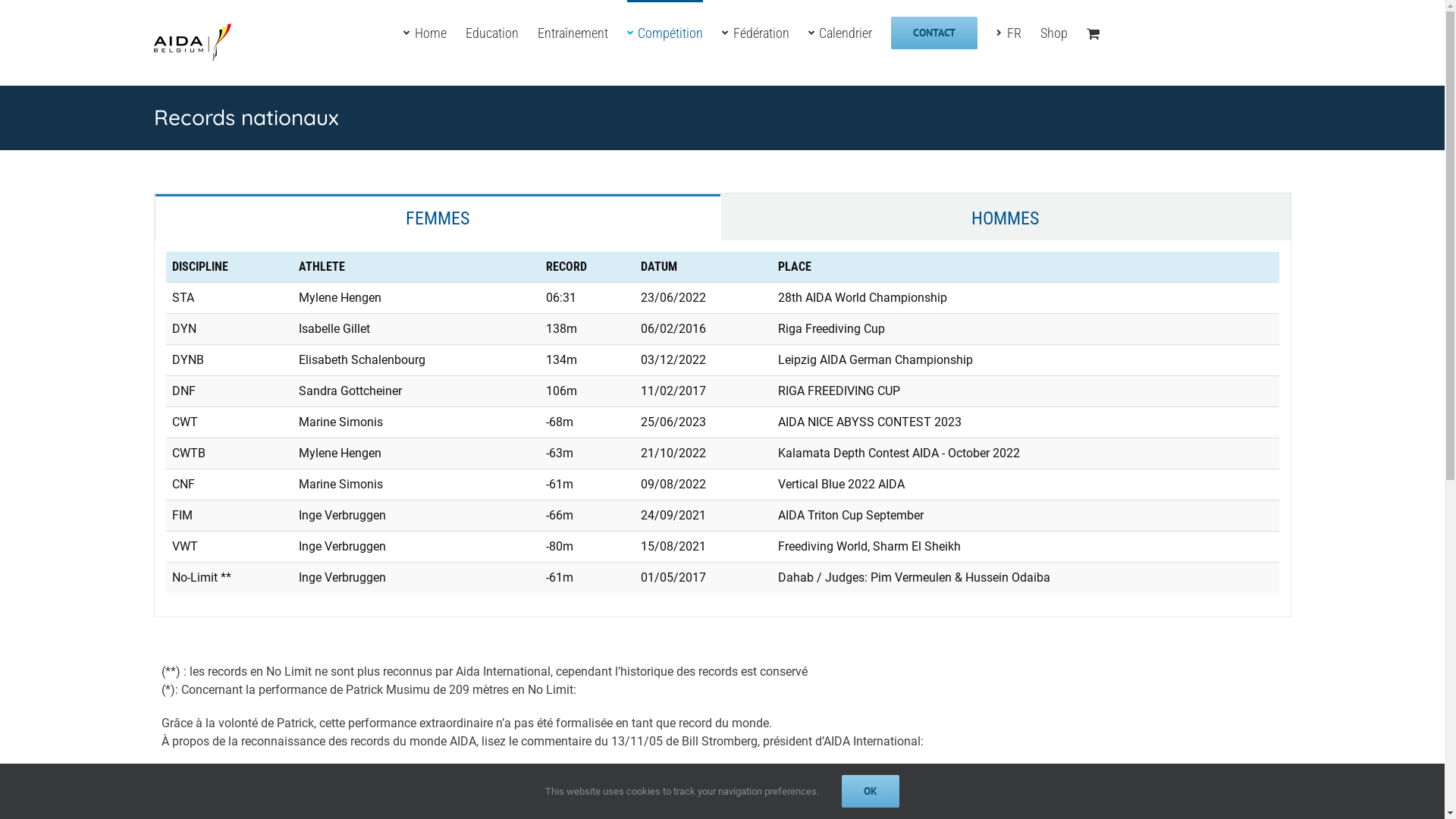 Image resolution: width=1456 pixels, height=819 pixels. I want to click on 'Calendrier', so click(839, 32).